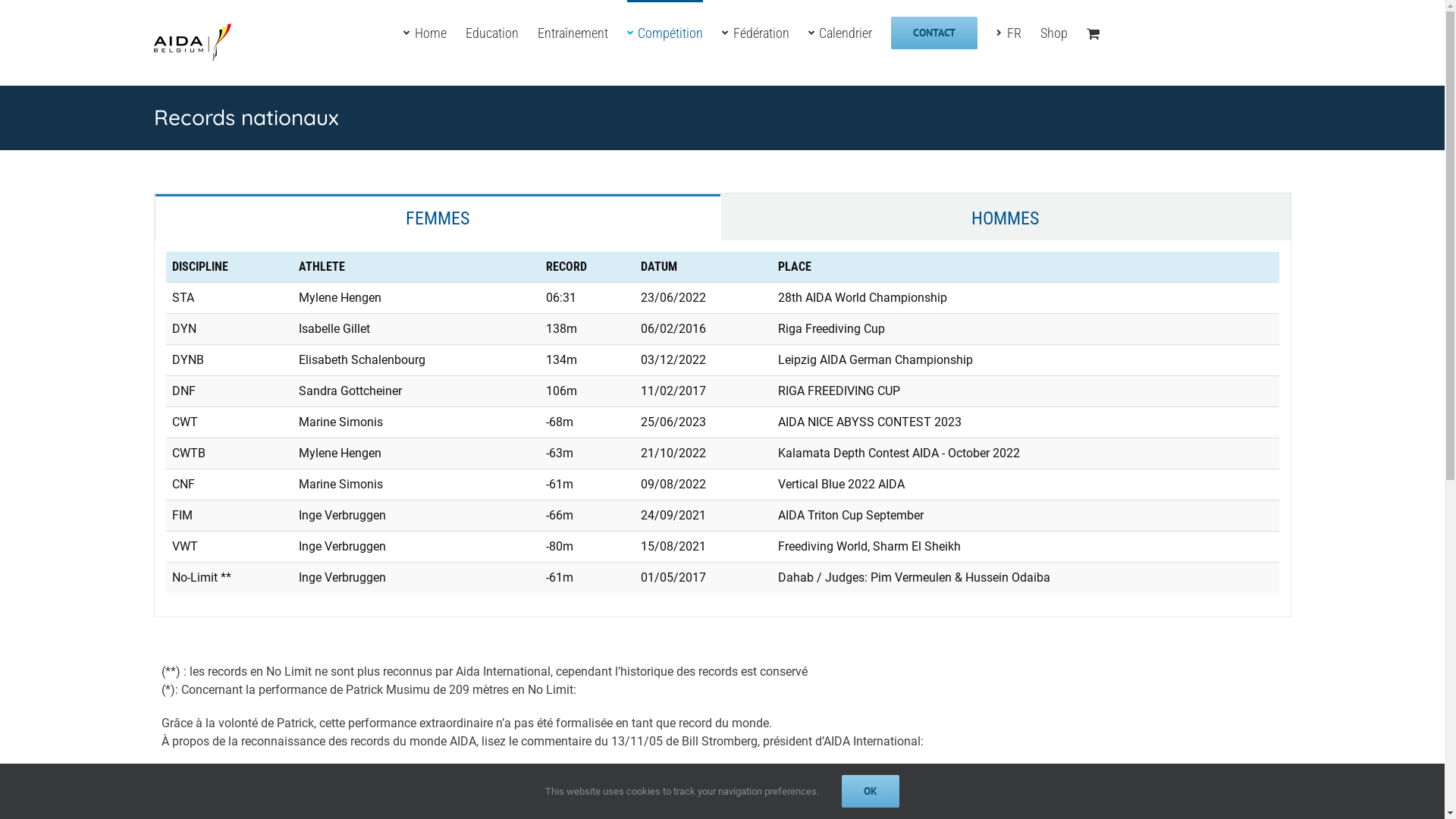 Image resolution: width=1456 pixels, height=819 pixels. I want to click on 'Calendrier', so click(839, 32).